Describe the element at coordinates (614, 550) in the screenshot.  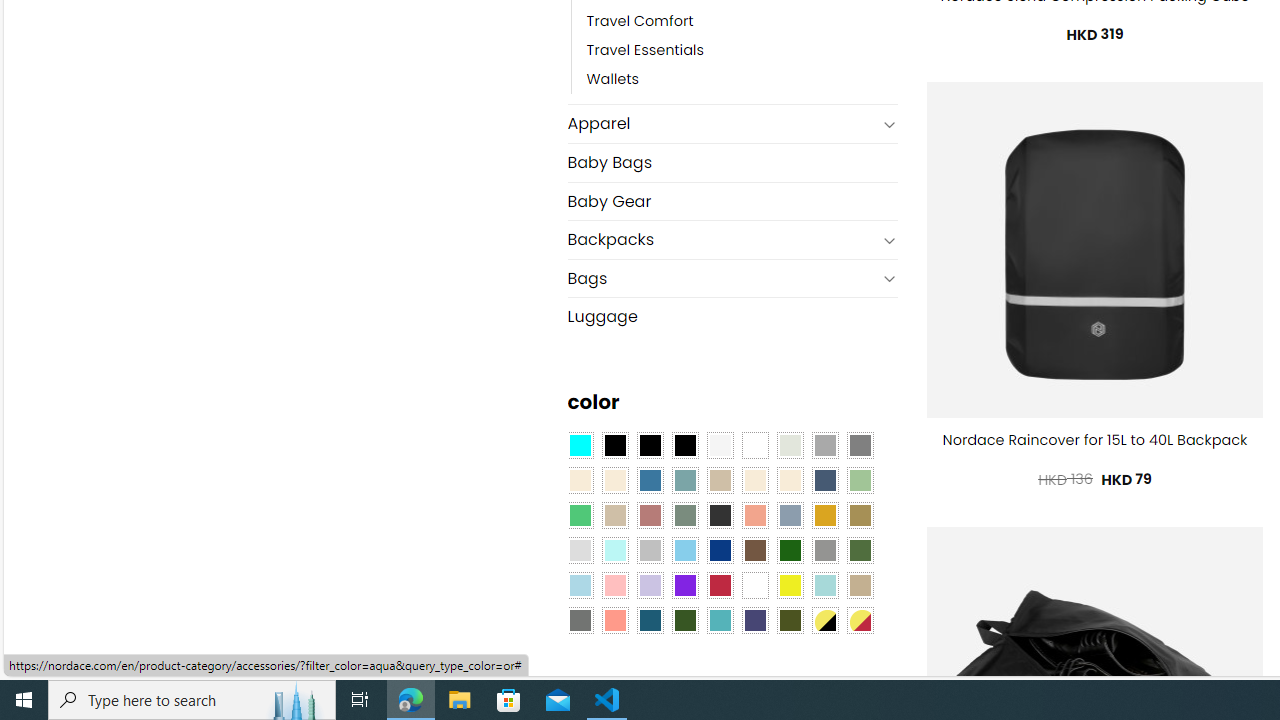
I see `'Mint'` at that location.